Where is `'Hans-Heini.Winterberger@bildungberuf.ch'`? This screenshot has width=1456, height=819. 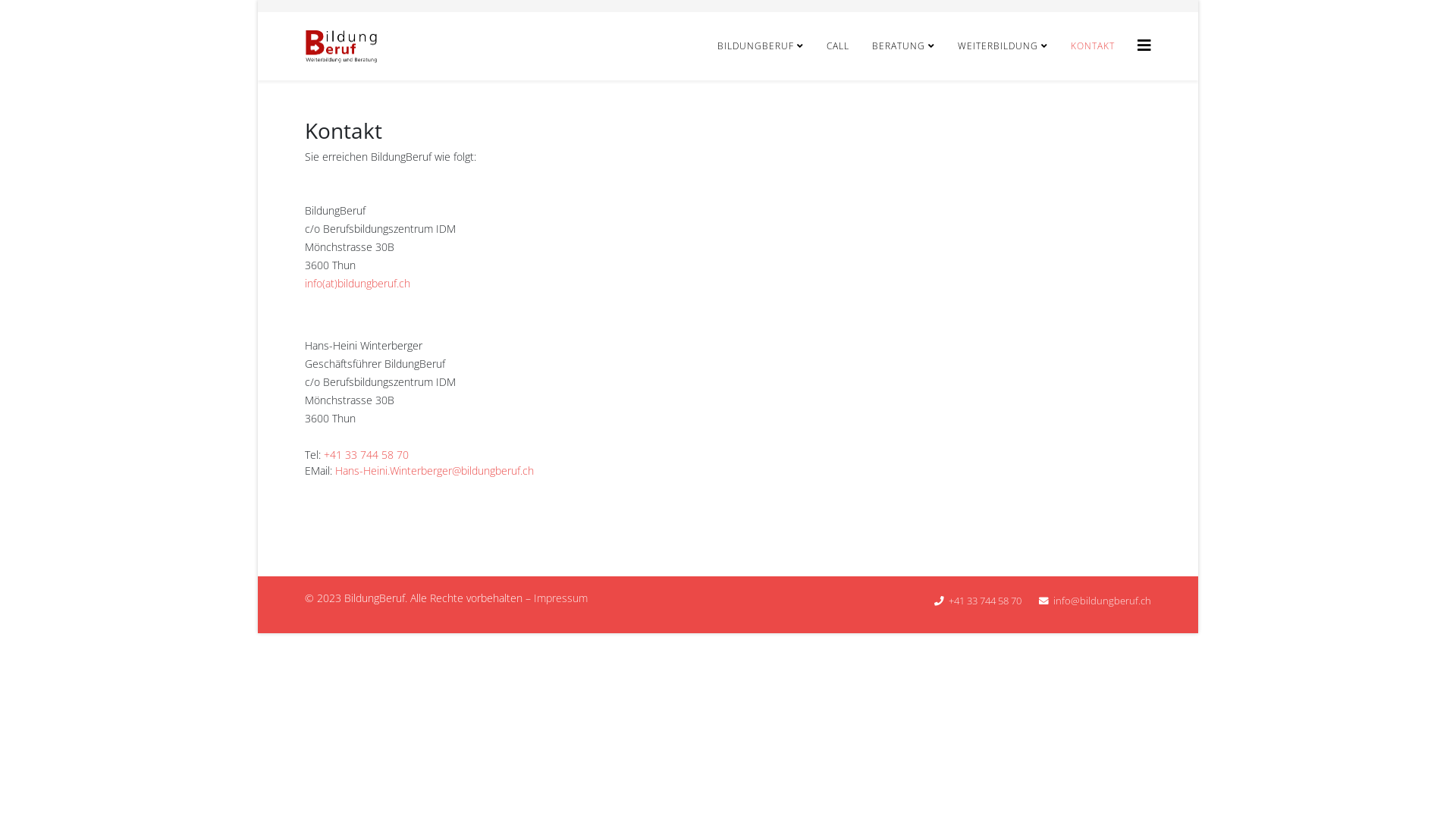 'Hans-Heini.Winterberger@bildungberuf.ch' is located at coordinates (334, 469).